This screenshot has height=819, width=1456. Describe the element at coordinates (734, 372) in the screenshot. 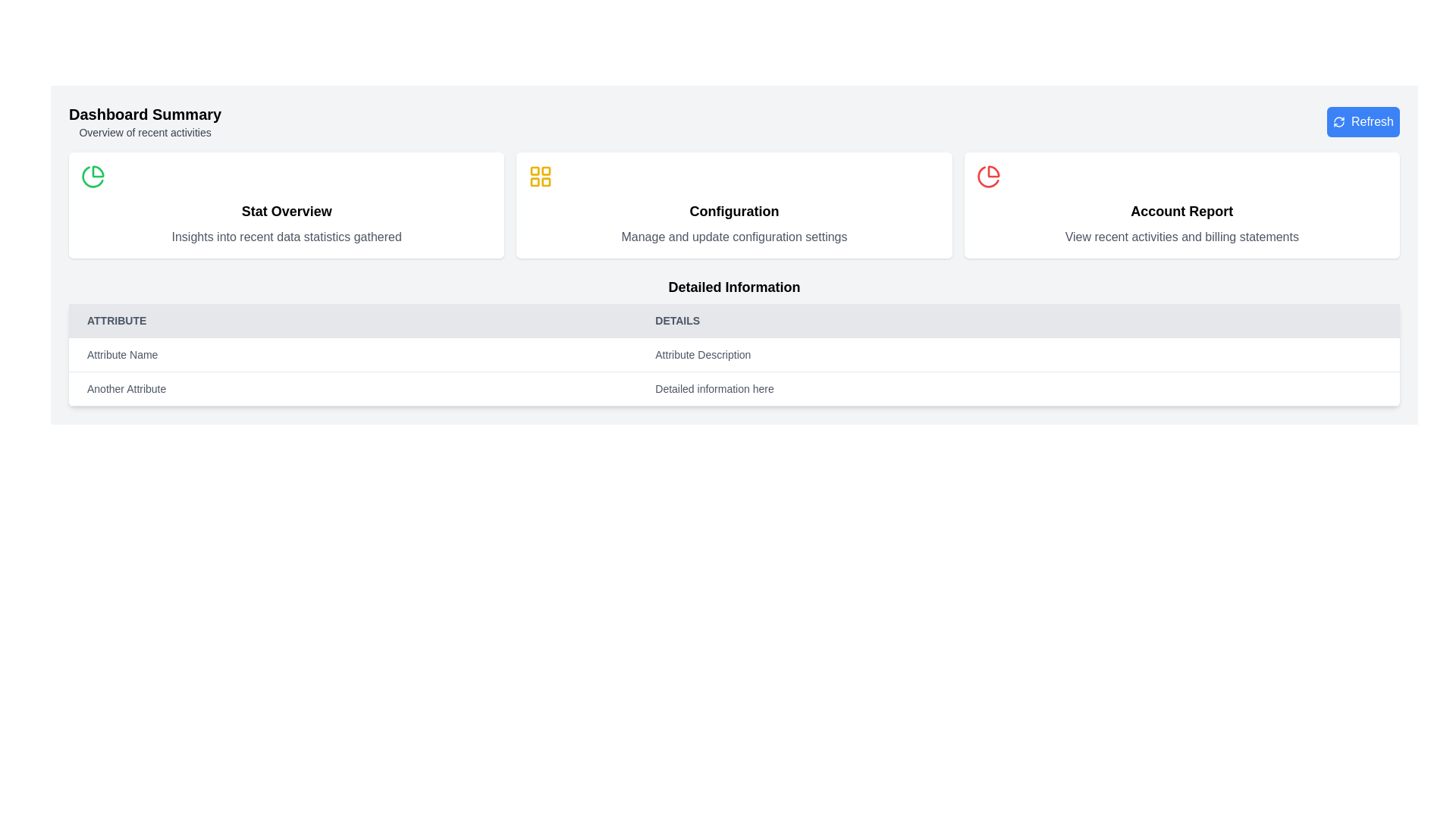

I see `text in the Data Presentation Section located under the 'Detailed Information' heading, which contains attributes and their descriptions formatted in a table-like structure` at that location.